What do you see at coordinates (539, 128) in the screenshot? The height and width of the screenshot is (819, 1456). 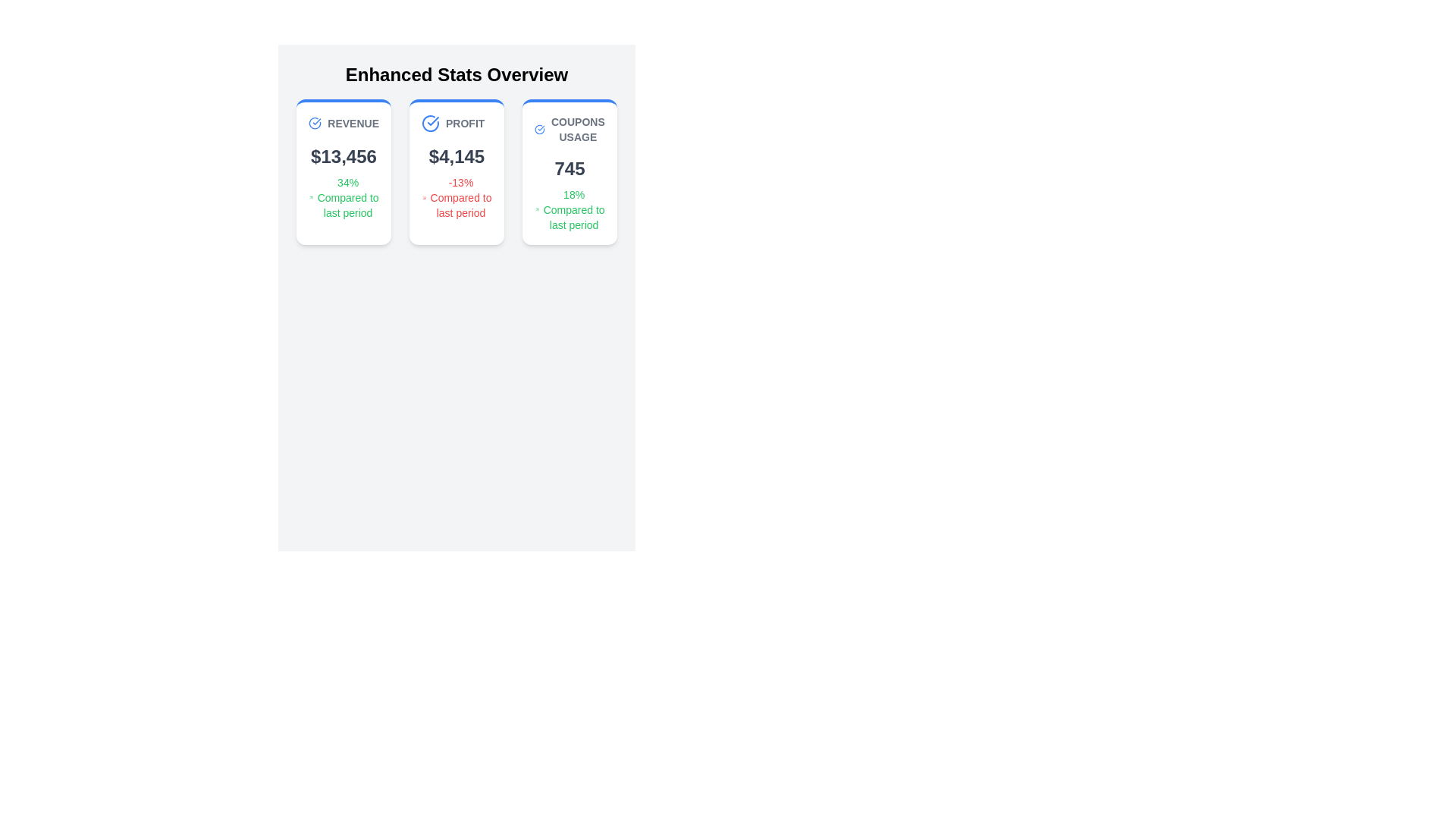 I see `the success icon indicating completion related to the 'Coupons Usage' metric, located in the top-right card of the interface` at bounding box center [539, 128].